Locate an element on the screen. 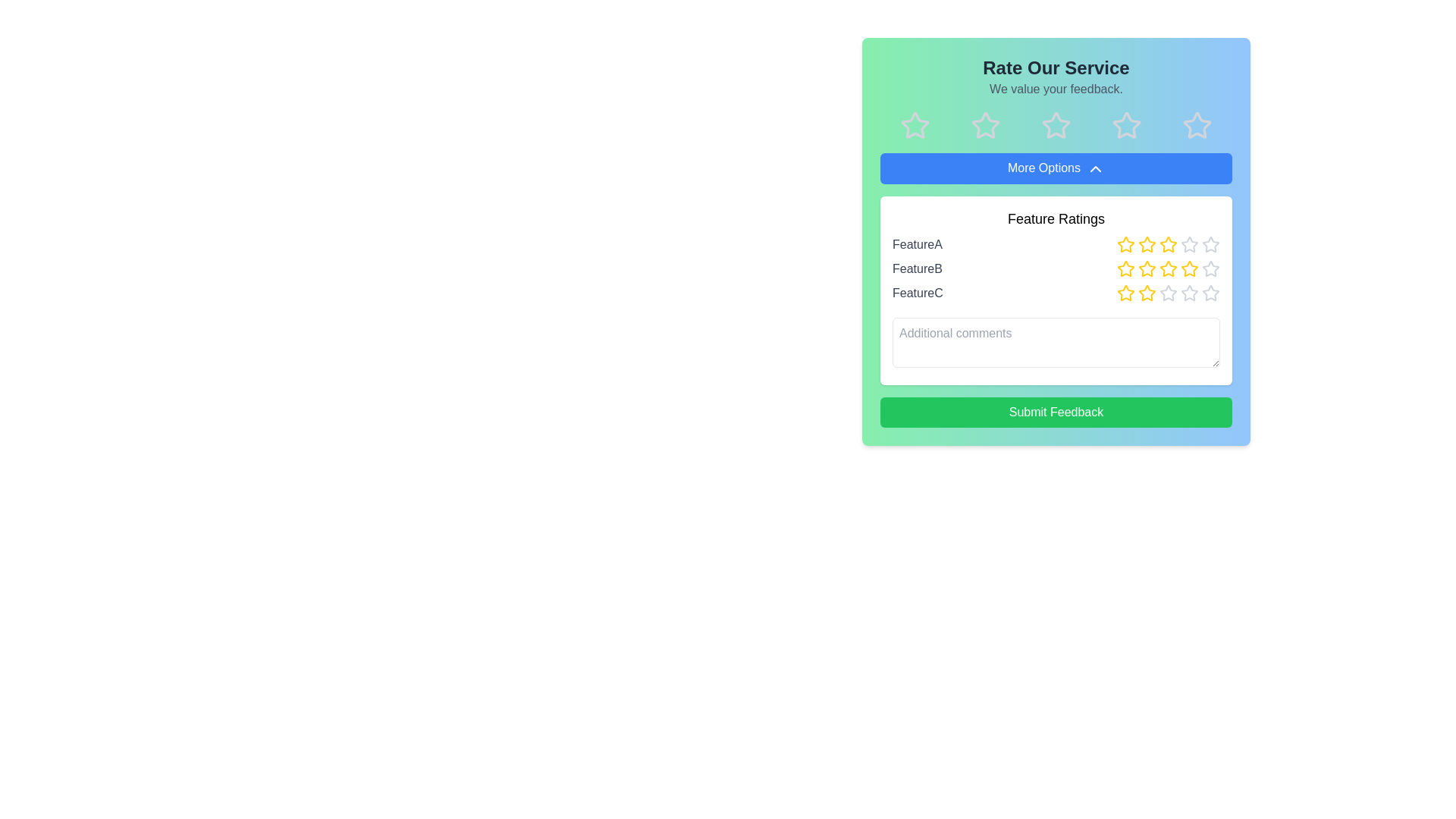  text label located at the top-center of the white panel, which serves as a title or section header above the feature ratings for 'FeatureA' is located at coordinates (1055, 218).